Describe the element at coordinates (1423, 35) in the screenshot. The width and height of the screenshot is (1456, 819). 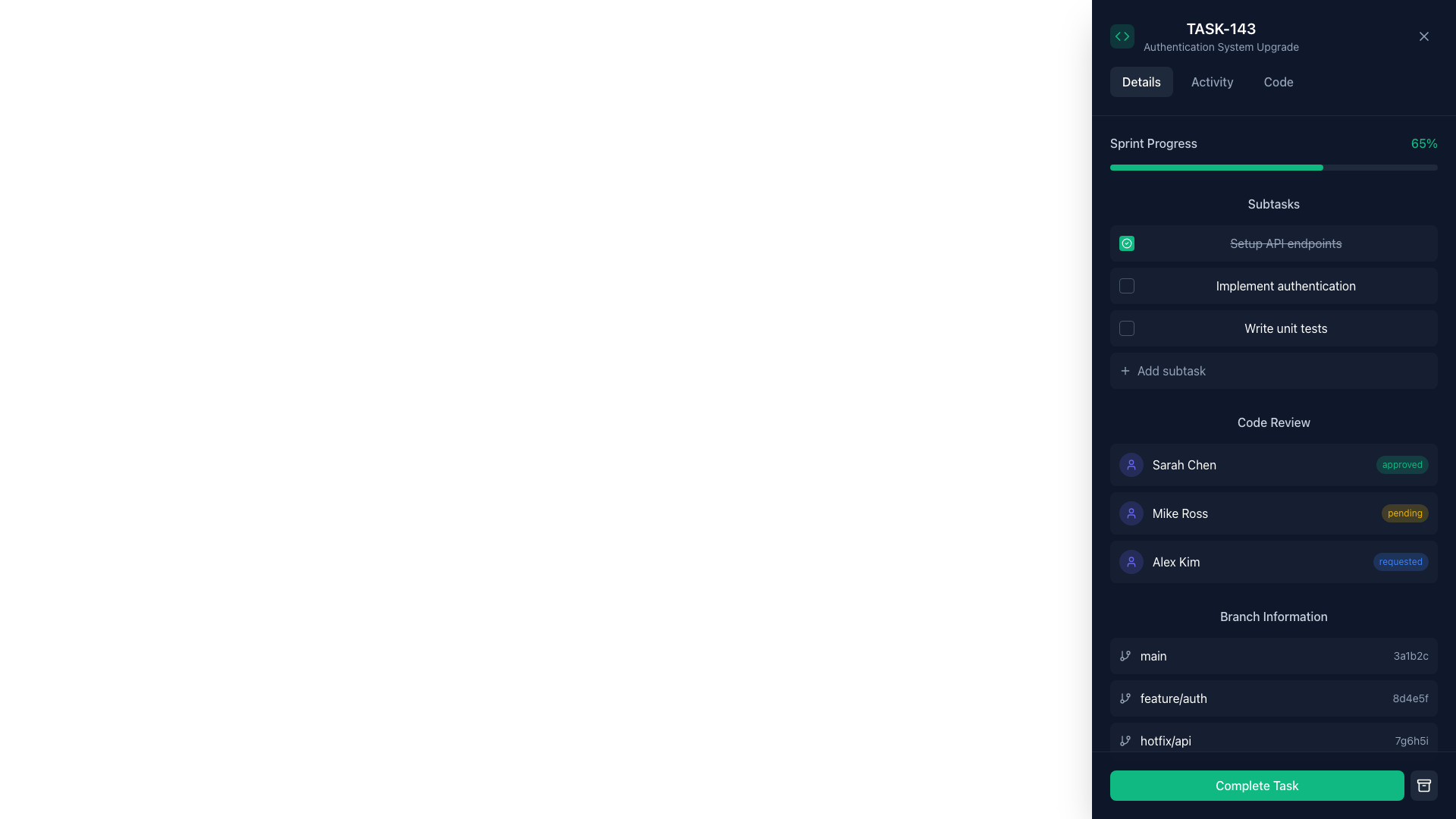
I see `the 'X' icon in the top-right corner of the 'TASK-143' modal` at that location.